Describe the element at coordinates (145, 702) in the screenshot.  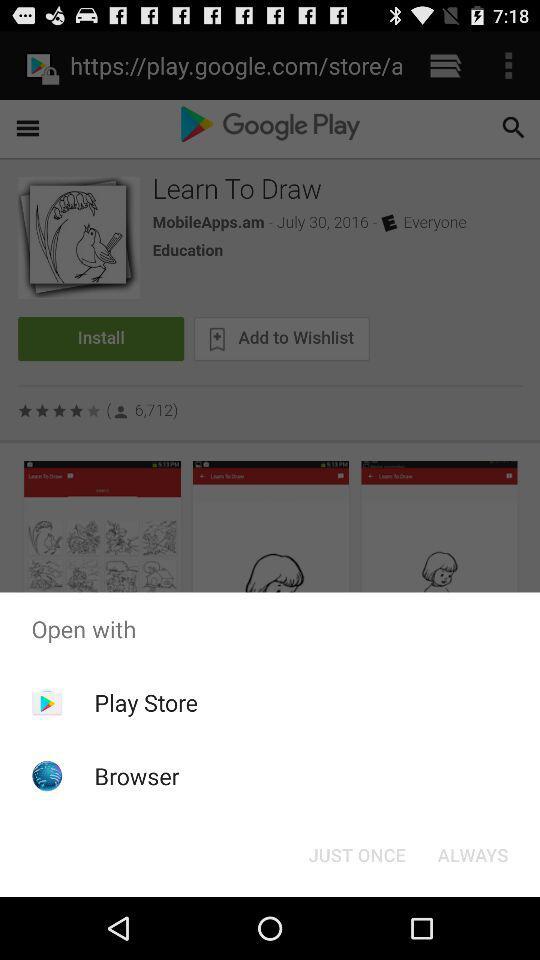
I see `the app above browser app` at that location.